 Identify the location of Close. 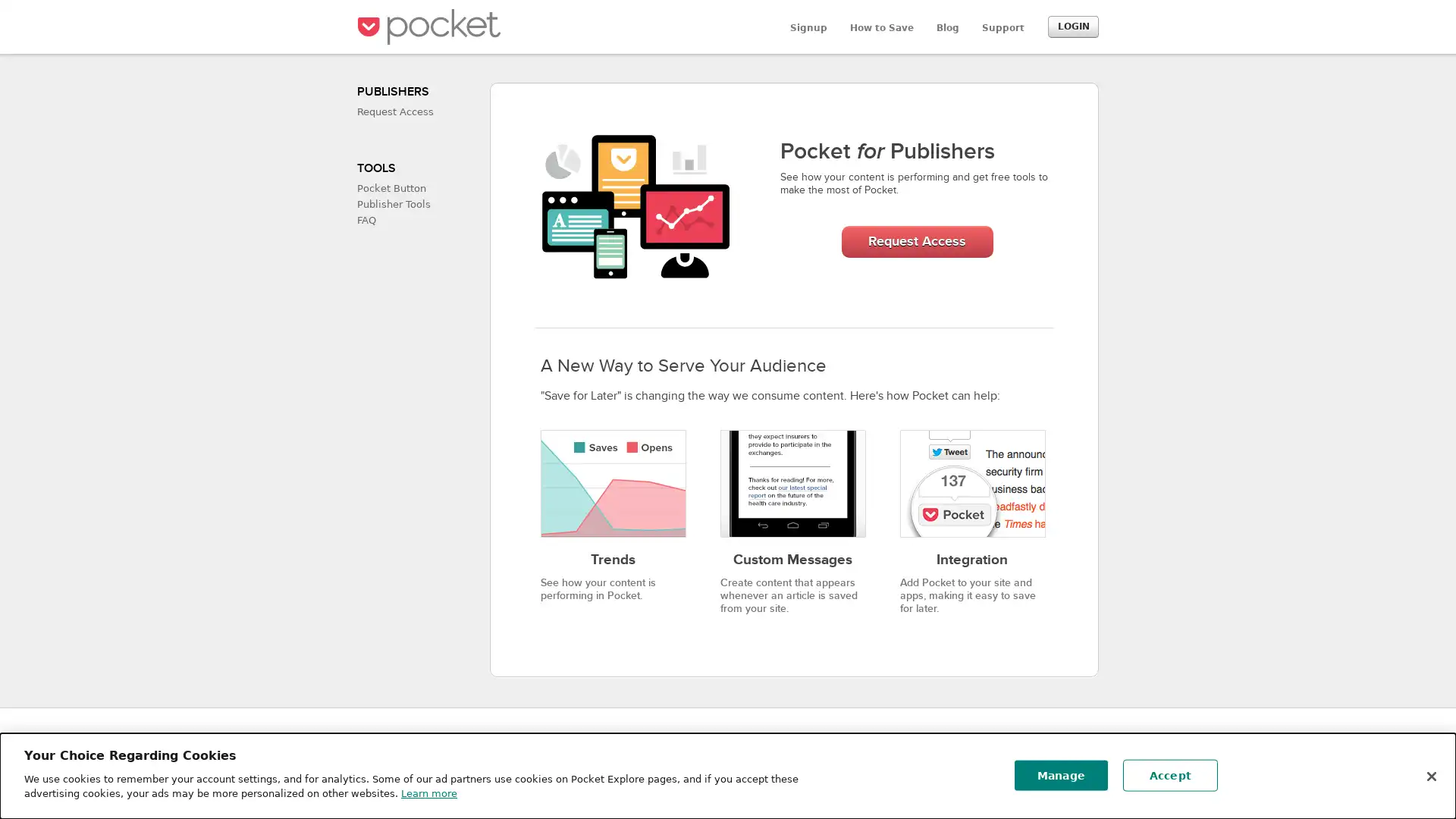
(1430, 775).